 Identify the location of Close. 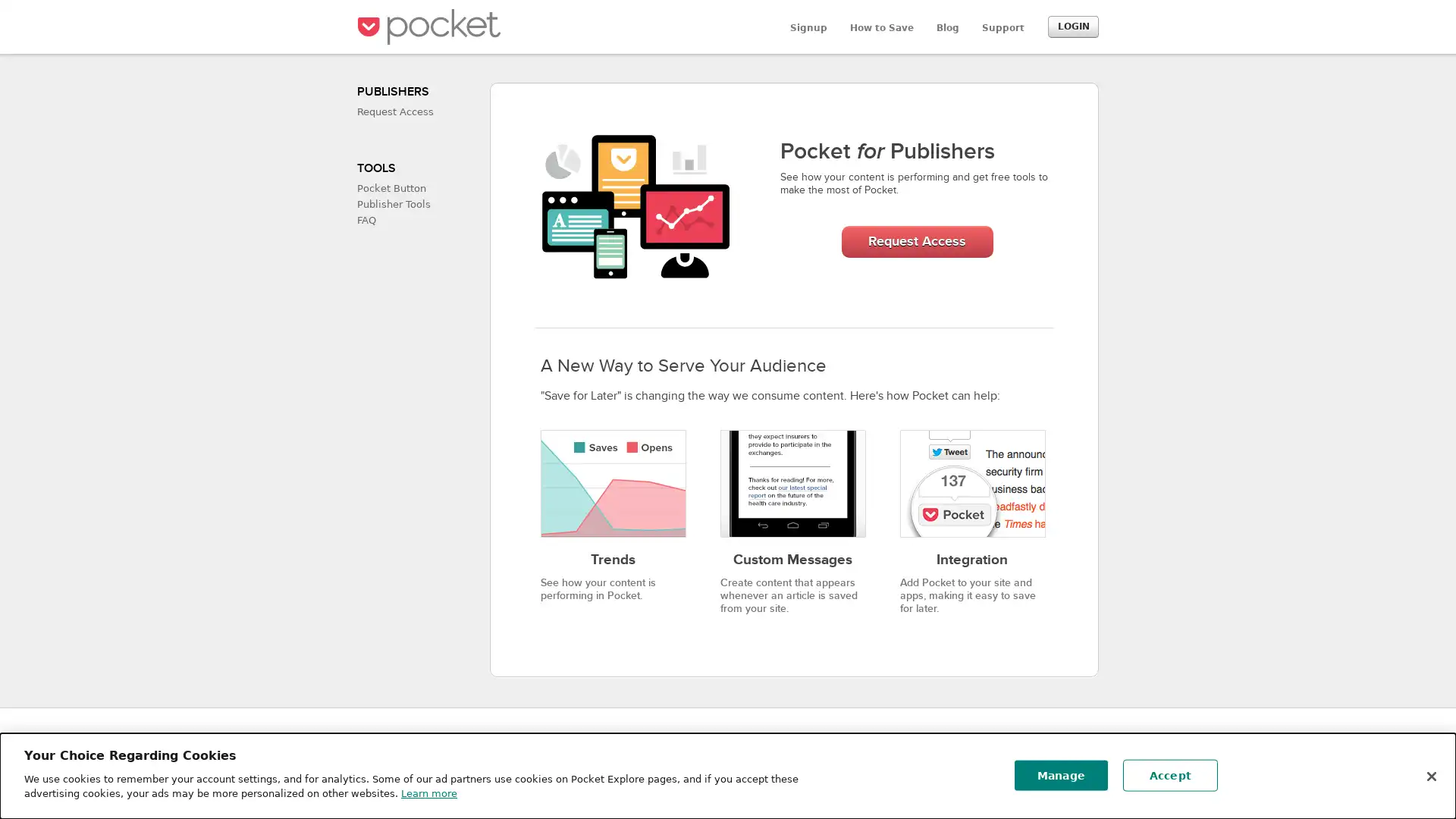
(1430, 775).